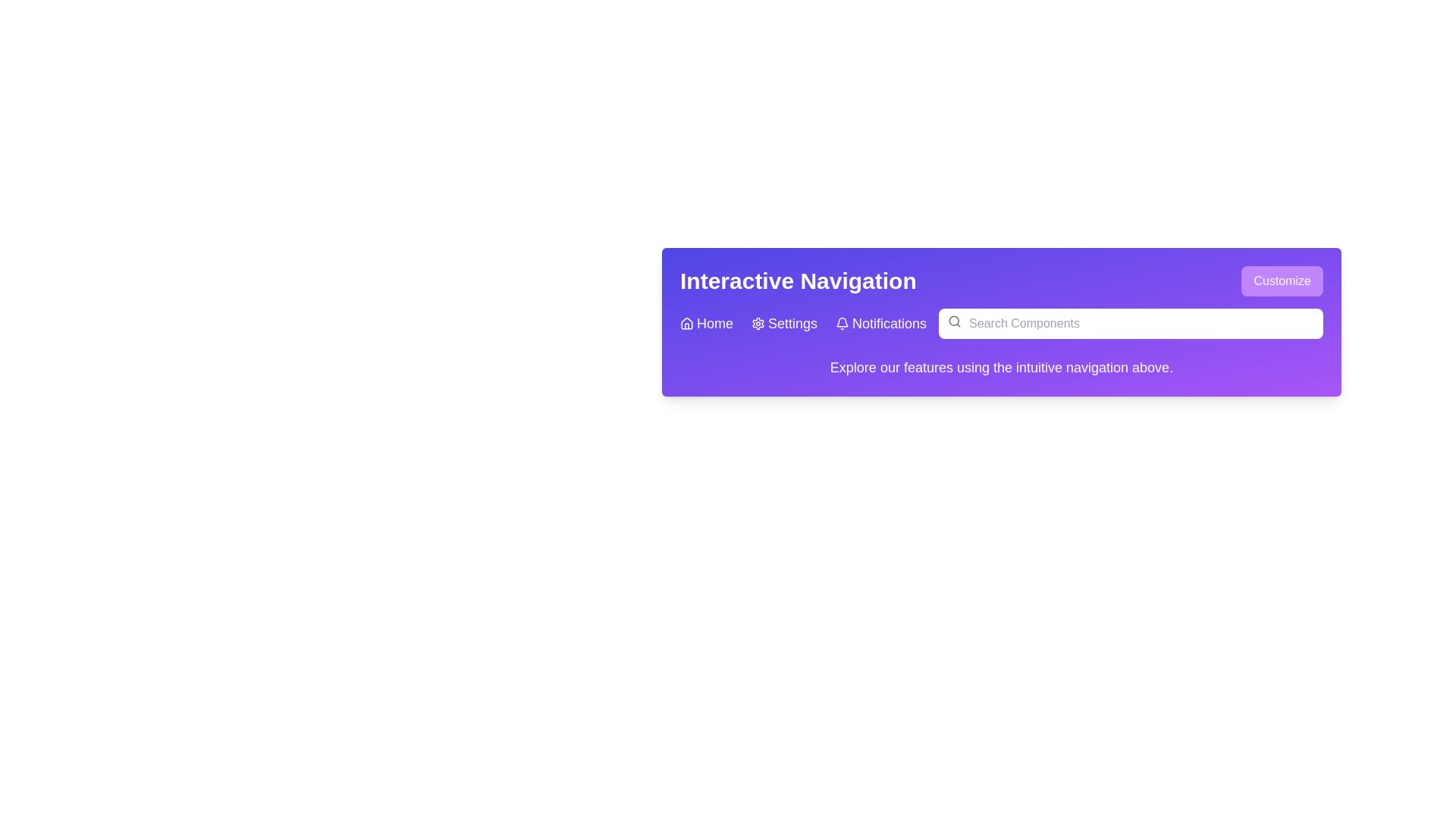 The image size is (1456, 819). Describe the element at coordinates (1281, 281) in the screenshot. I see `the 'Customize' button located in the top-right corner of the purple banner` at that location.